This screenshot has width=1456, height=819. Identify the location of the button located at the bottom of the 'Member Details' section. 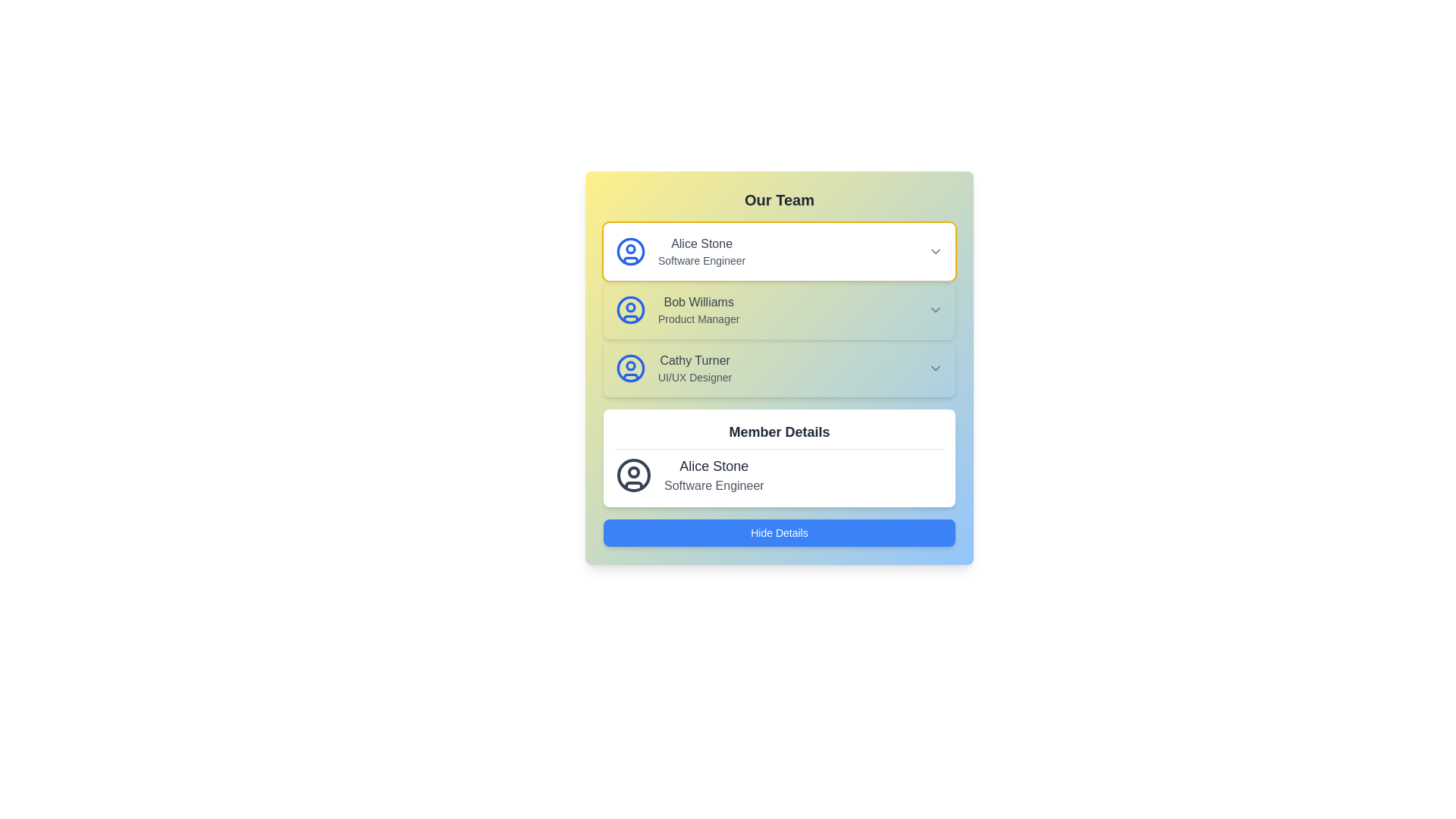
(779, 532).